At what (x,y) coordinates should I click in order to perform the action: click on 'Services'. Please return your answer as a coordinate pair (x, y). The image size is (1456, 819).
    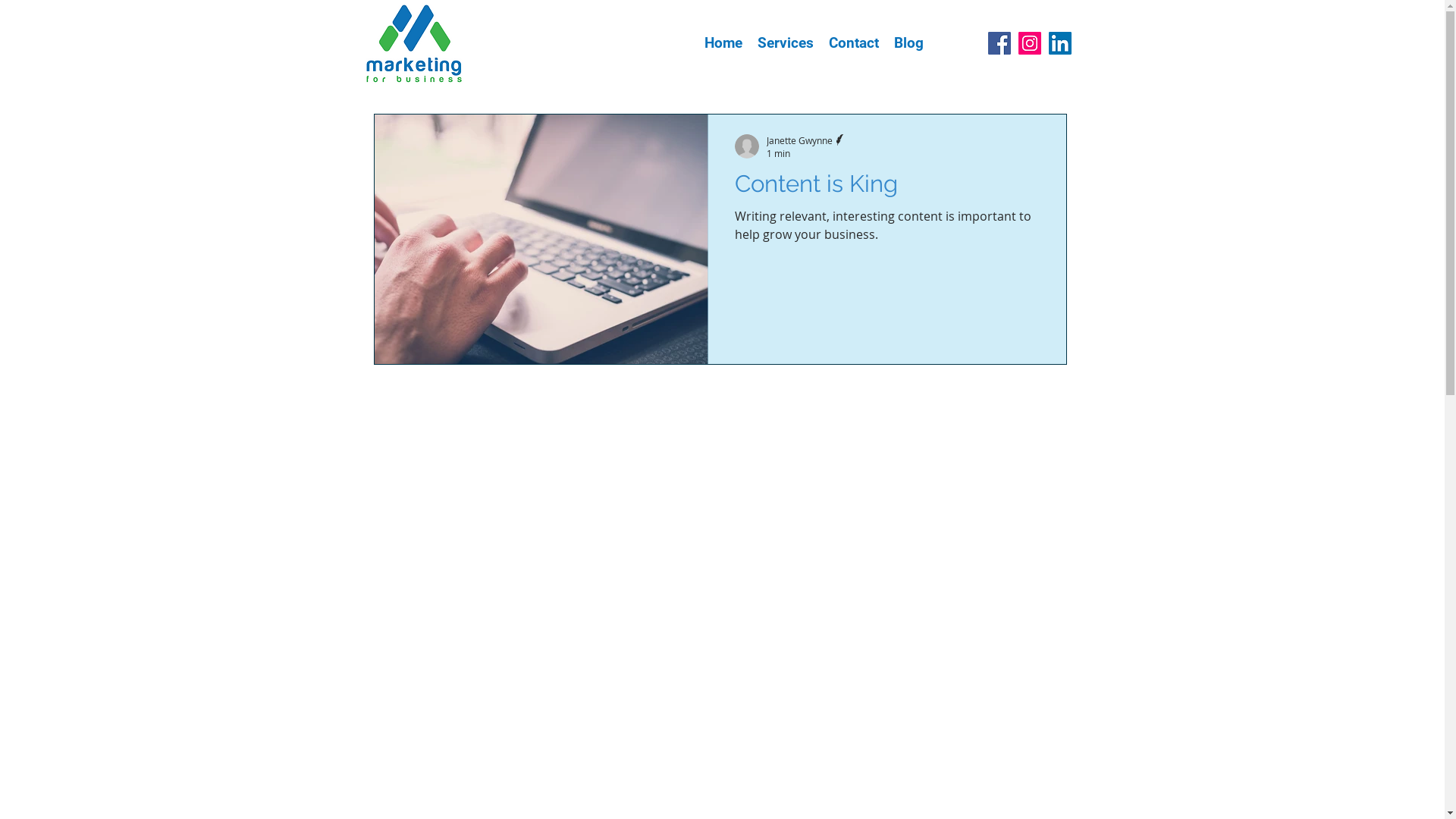
    Looking at the image, I should click on (785, 42).